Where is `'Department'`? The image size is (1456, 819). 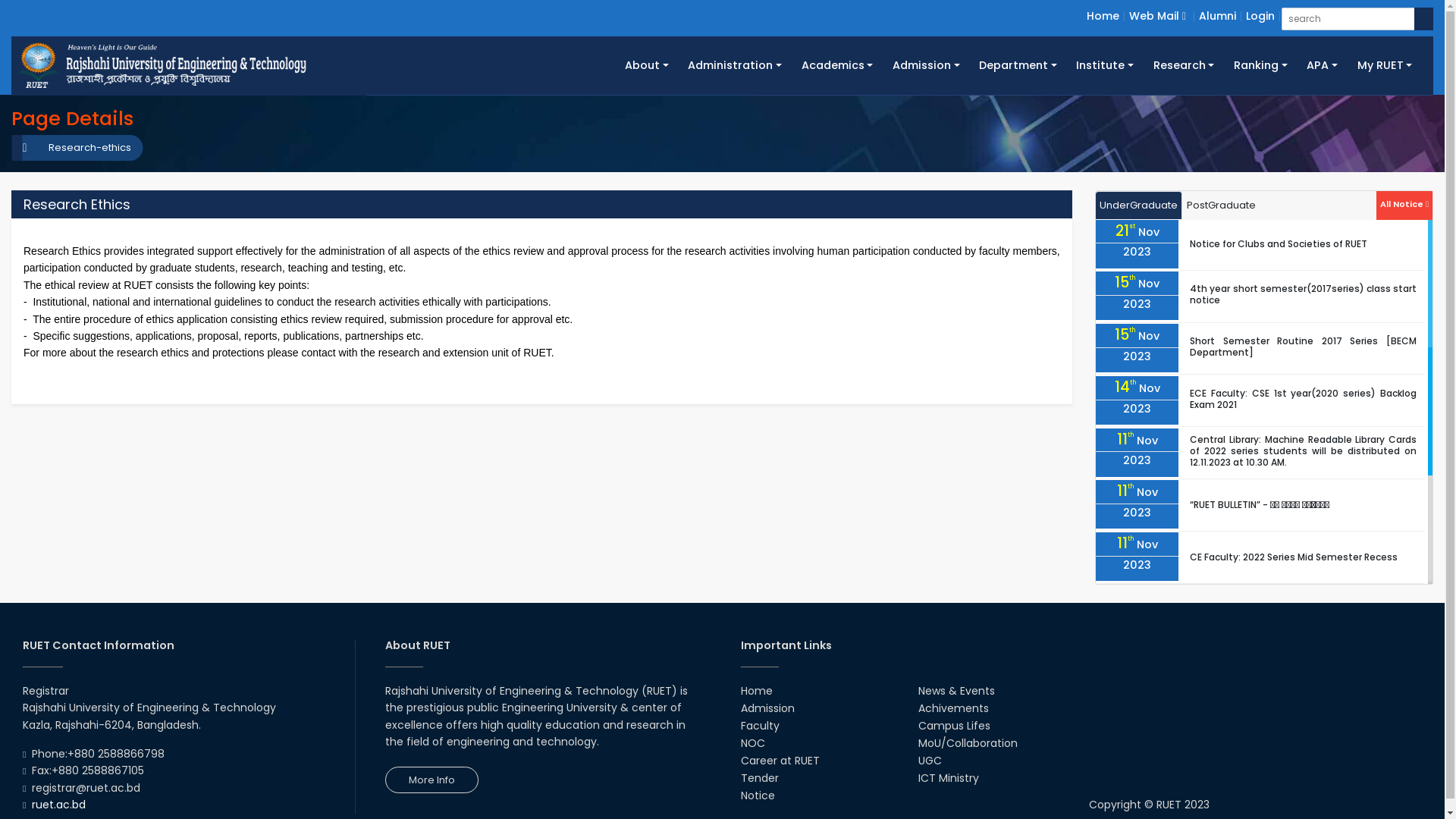
'Department' is located at coordinates (968, 64).